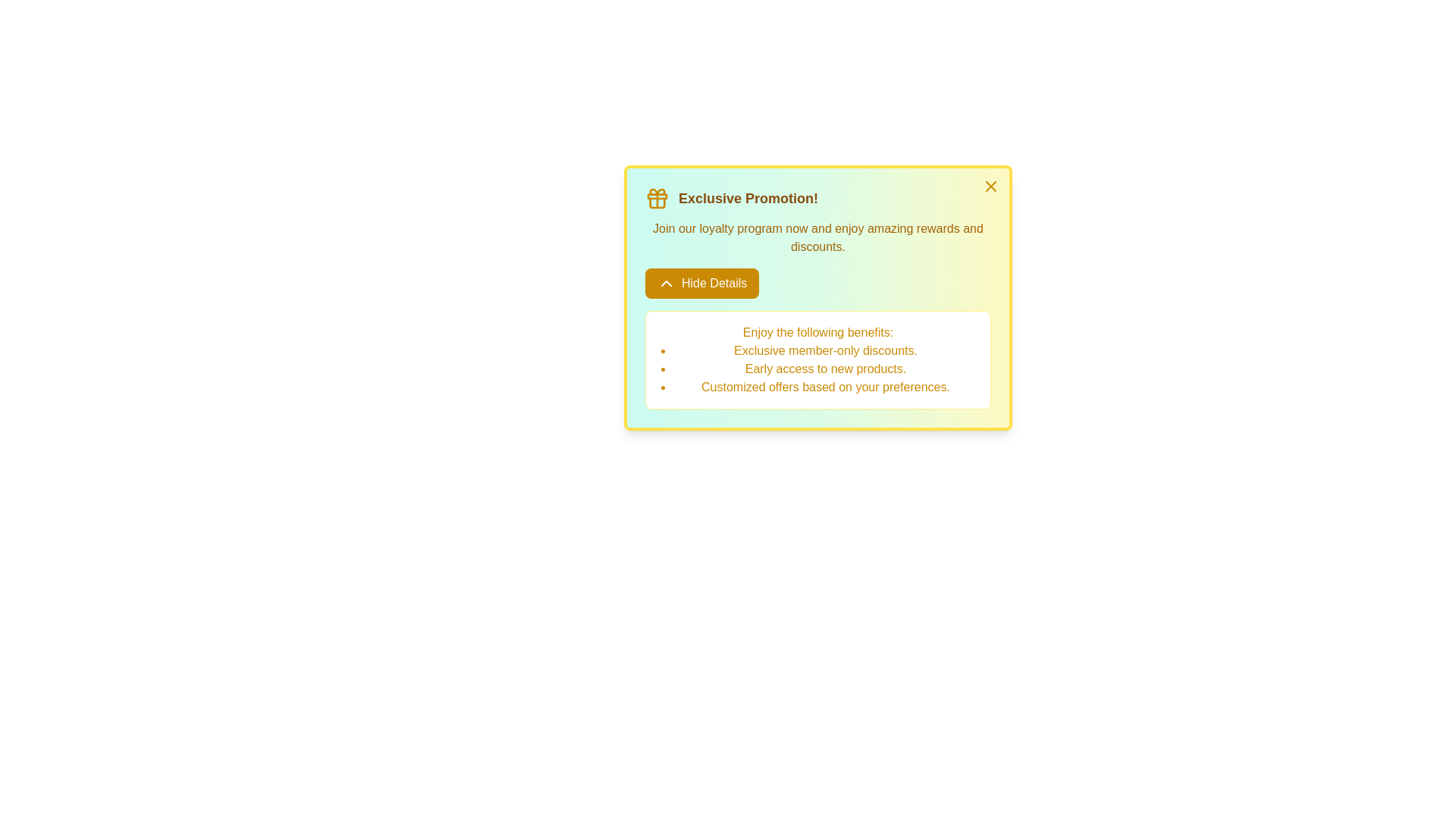 This screenshot has height=819, width=1456. What do you see at coordinates (701, 284) in the screenshot?
I see `the 'Hide Details' button to toggle the visibility of additional information` at bounding box center [701, 284].